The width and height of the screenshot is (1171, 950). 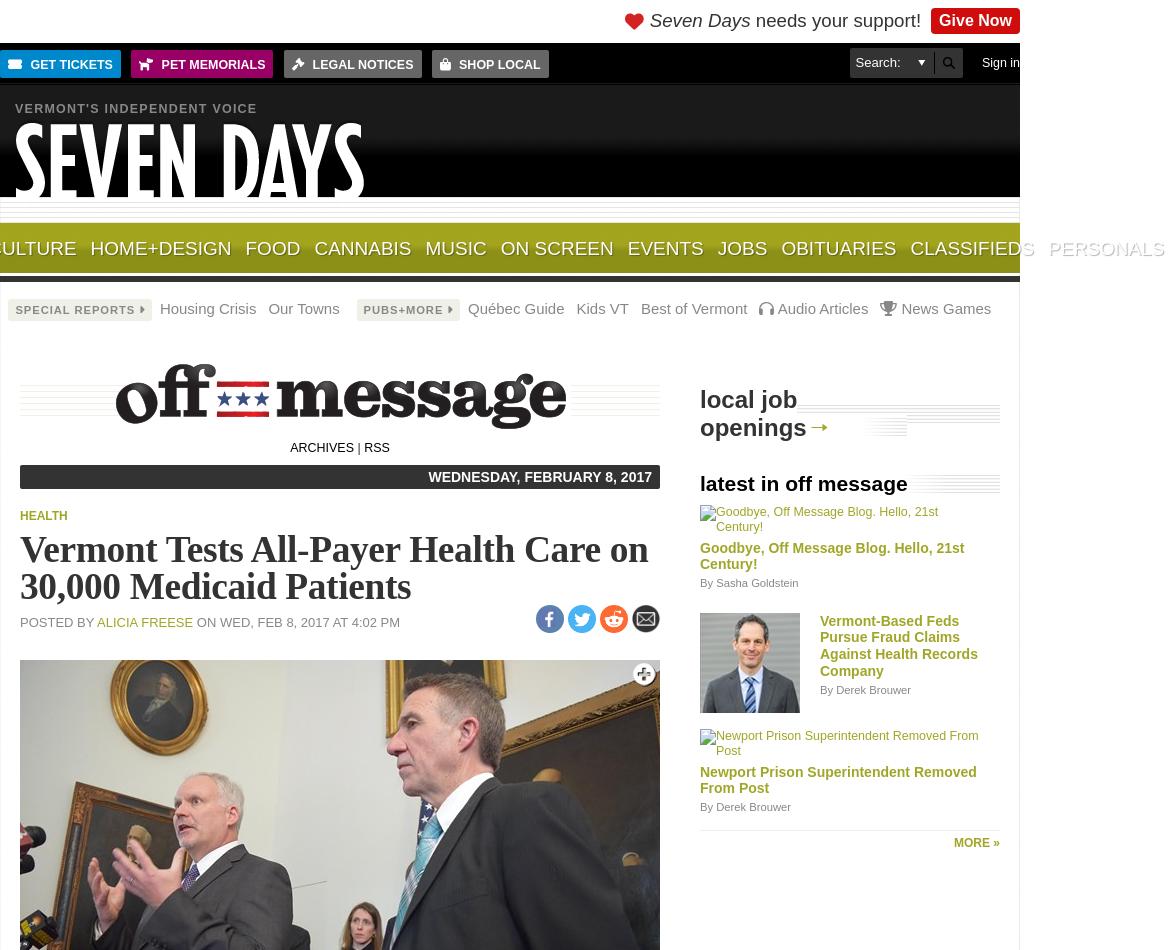 I want to click on 'Archives', so click(x=321, y=447).